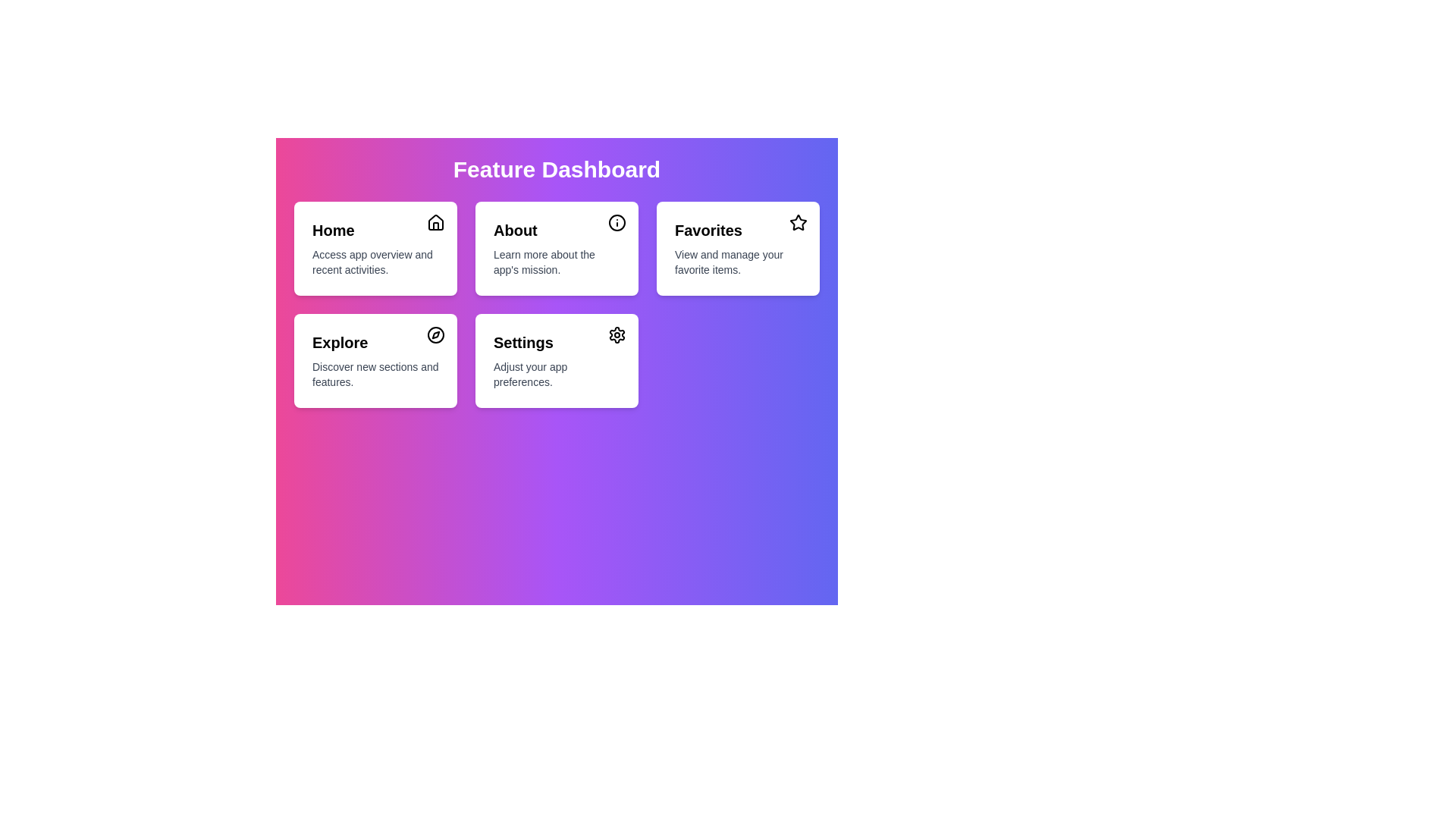 Image resolution: width=1456 pixels, height=819 pixels. Describe the element at coordinates (375, 247) in the screenshot. I see `the menu item Home to navigate to its respective section` at that location.